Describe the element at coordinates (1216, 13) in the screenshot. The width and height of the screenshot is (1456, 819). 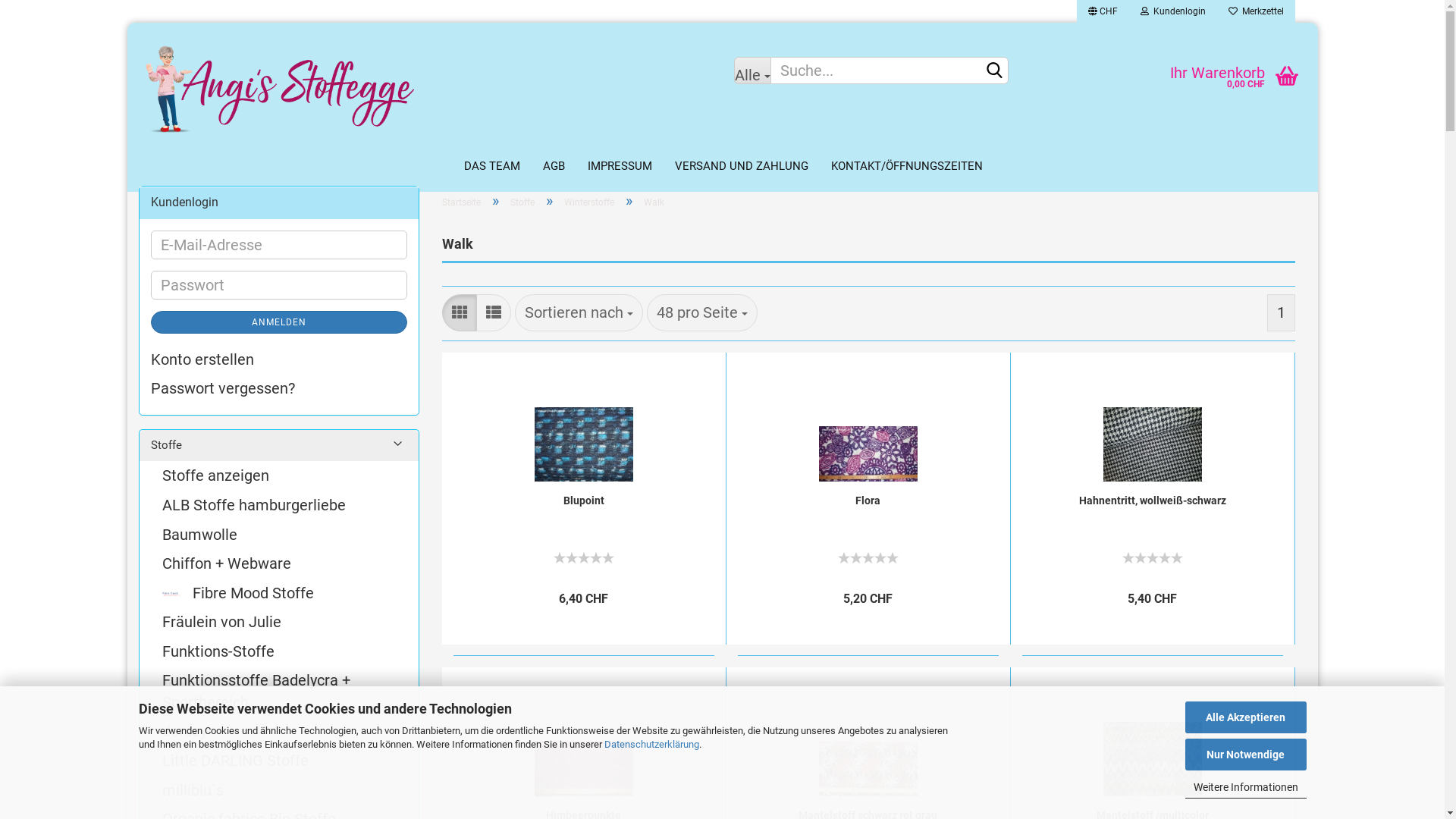
I see `' Merkzettel'` at that location.